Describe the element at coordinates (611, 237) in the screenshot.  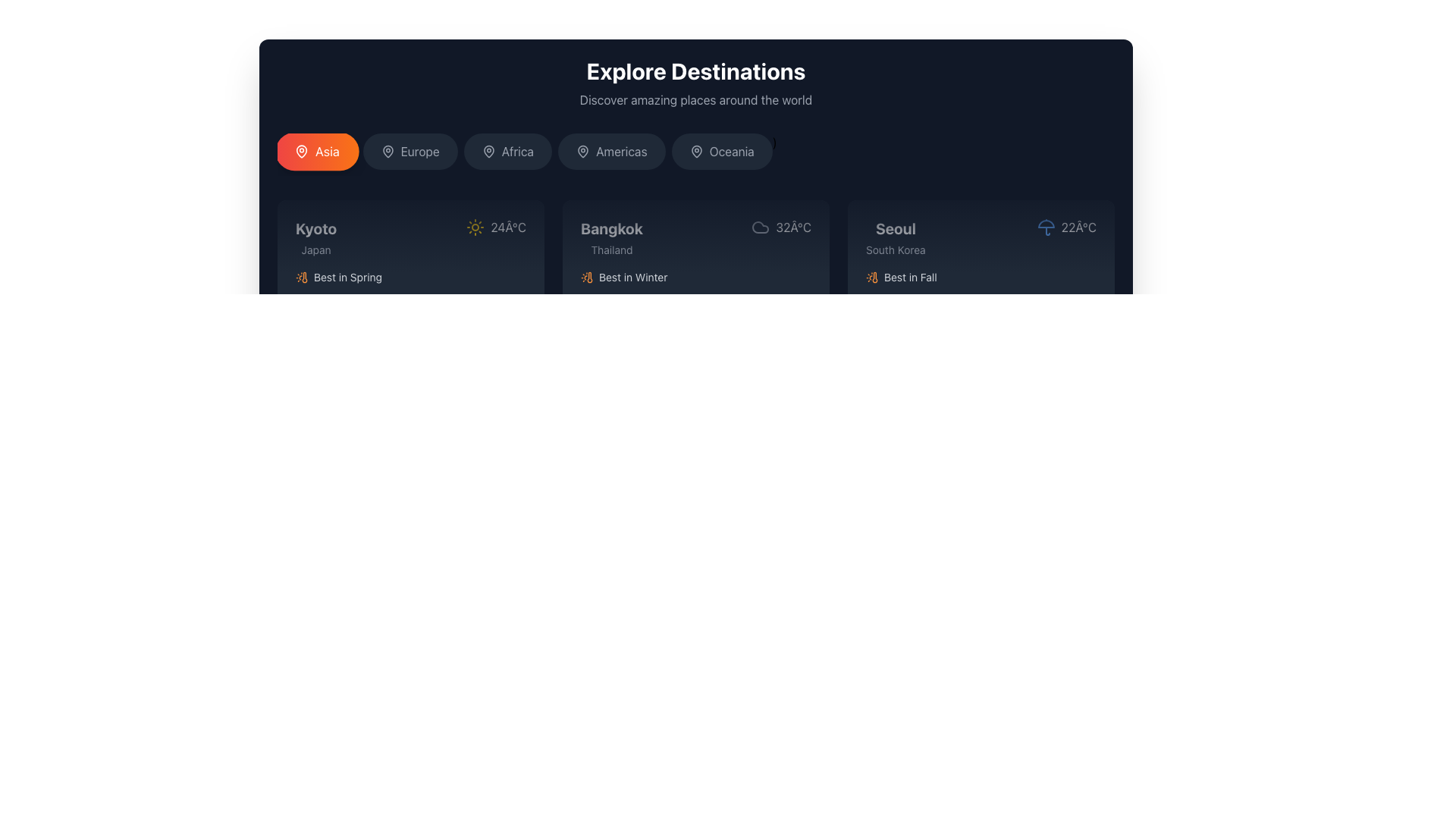
I see `the text label displaying 'Bangkok' in bold white font, which is centrally aligned above 'Thailand' in smaller gray font, located in the second column of the destination information grid` at that location.